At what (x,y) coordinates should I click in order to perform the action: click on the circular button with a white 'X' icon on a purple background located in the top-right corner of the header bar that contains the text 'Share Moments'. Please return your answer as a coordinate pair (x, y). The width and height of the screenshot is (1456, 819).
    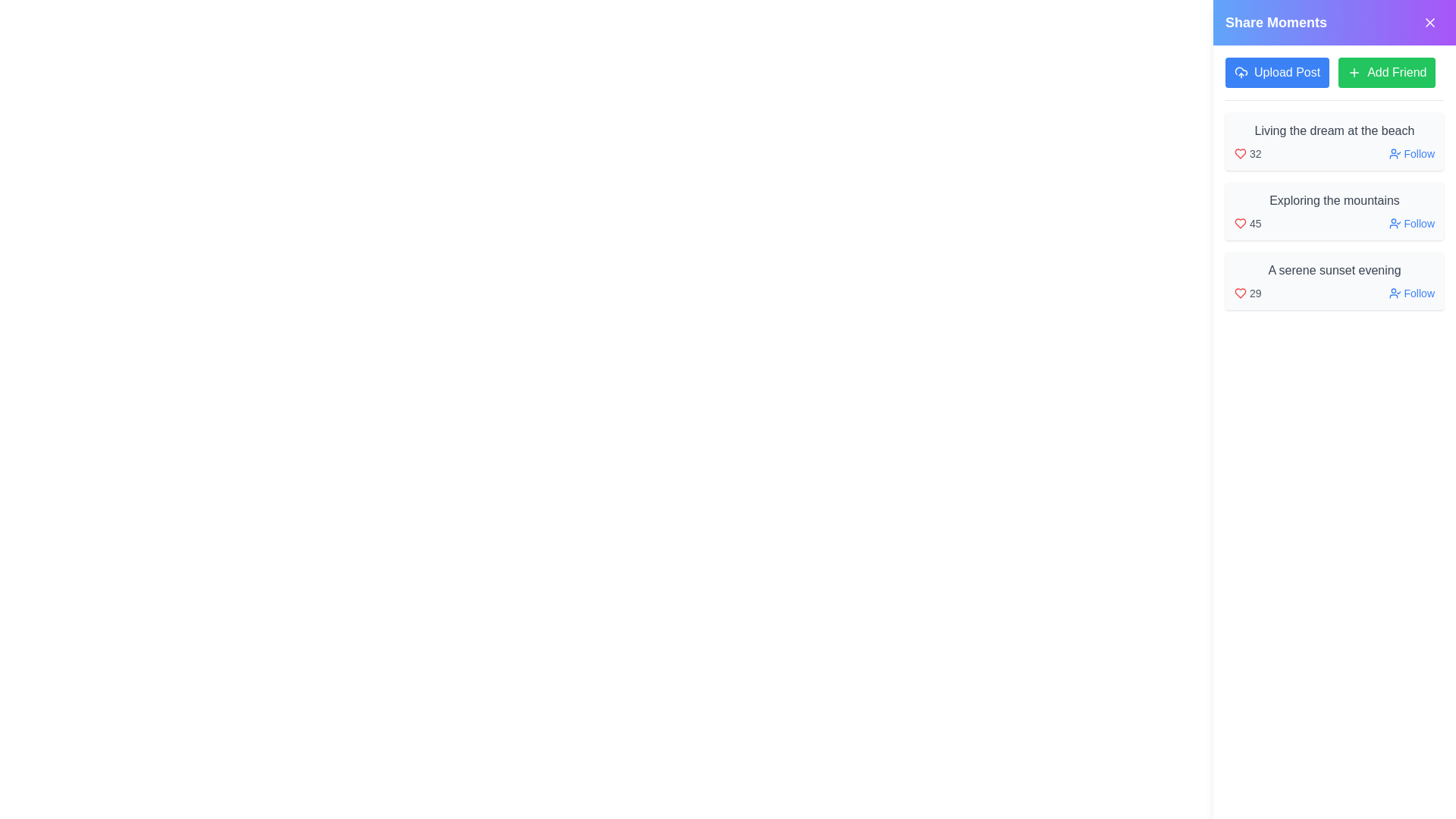
    Looking at the image, I should click on (1429, 23).